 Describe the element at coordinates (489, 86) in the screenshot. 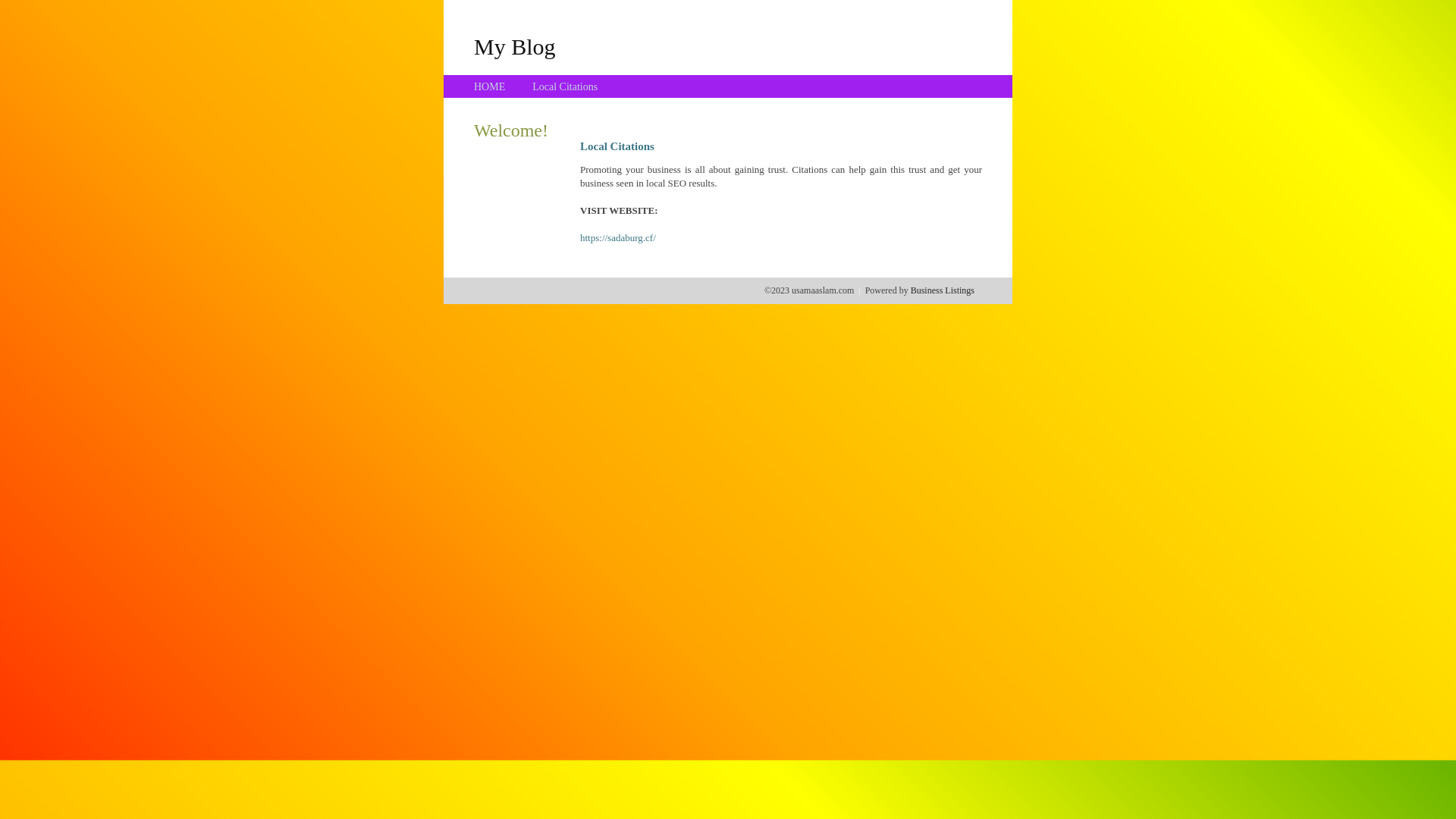

I see `'HOME'` at that location.